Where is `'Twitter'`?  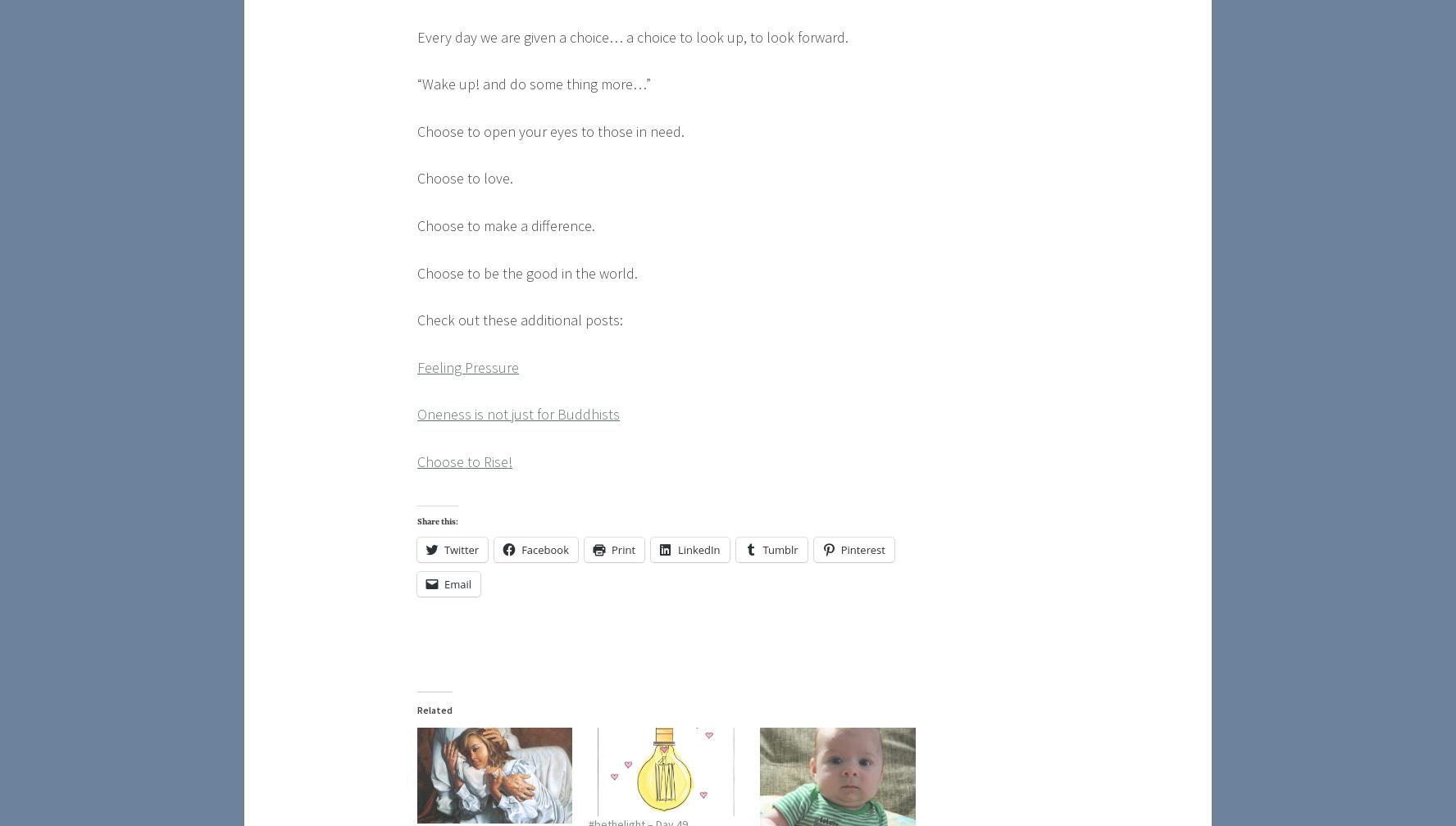
'Twitter' is located at coordinates (461, 549).